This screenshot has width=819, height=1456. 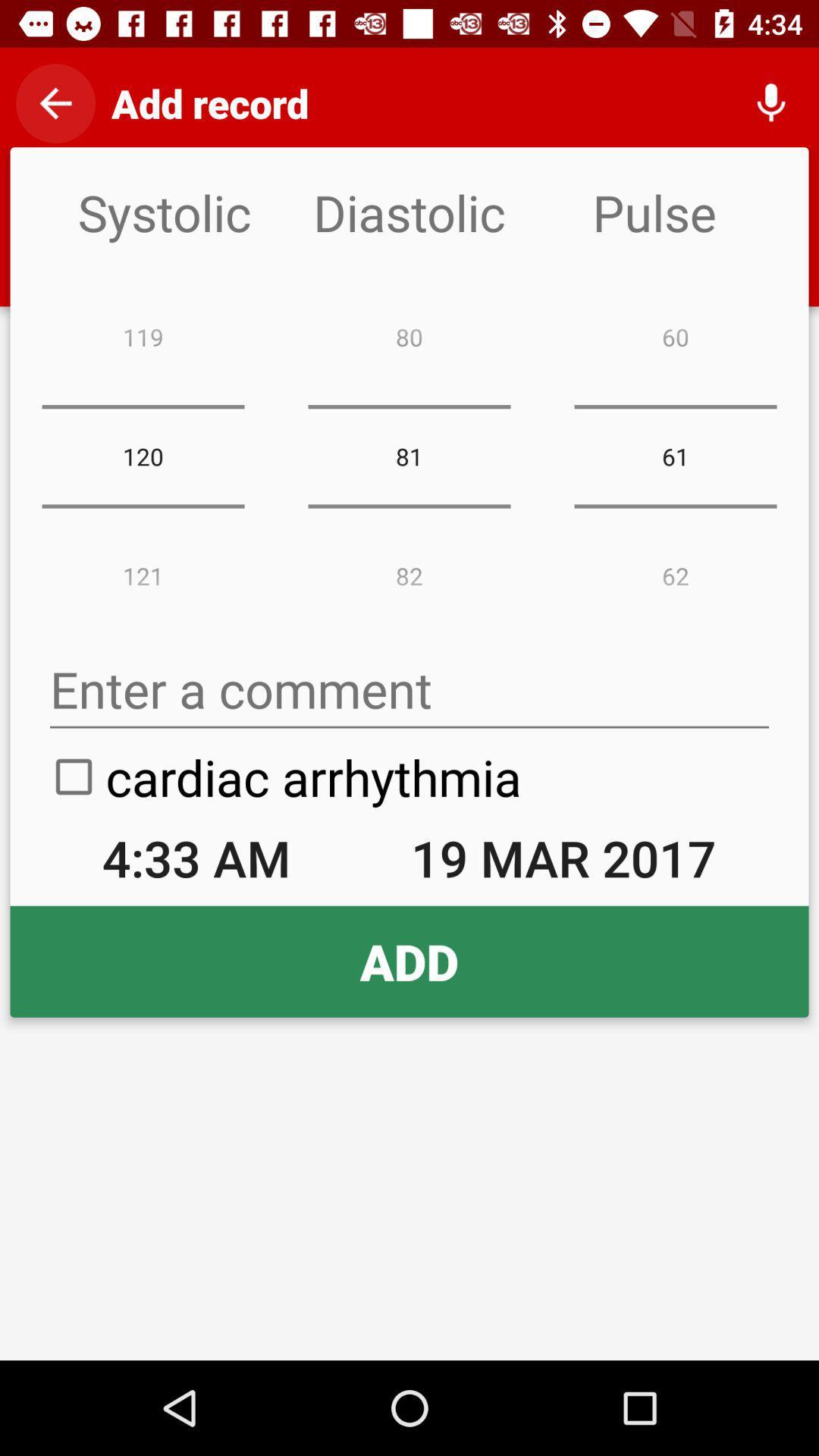 What do you see at coordinates (409, 689) in the screenshot?
I see `comment box` at bounding box center [409, 689].